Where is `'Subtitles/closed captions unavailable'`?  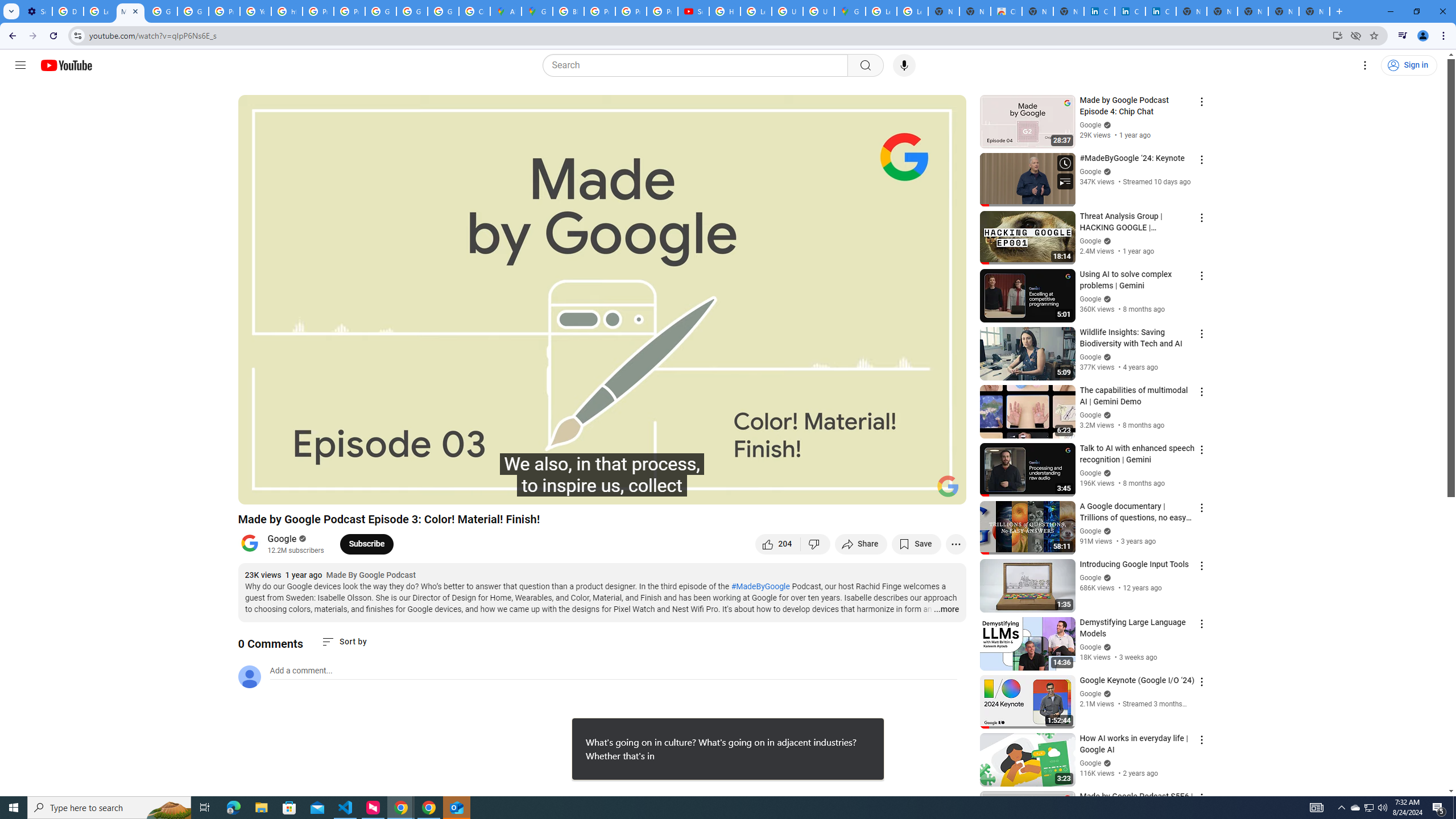 'Subtitles/closed captions unavailable' is located at coordinates (835, 490).